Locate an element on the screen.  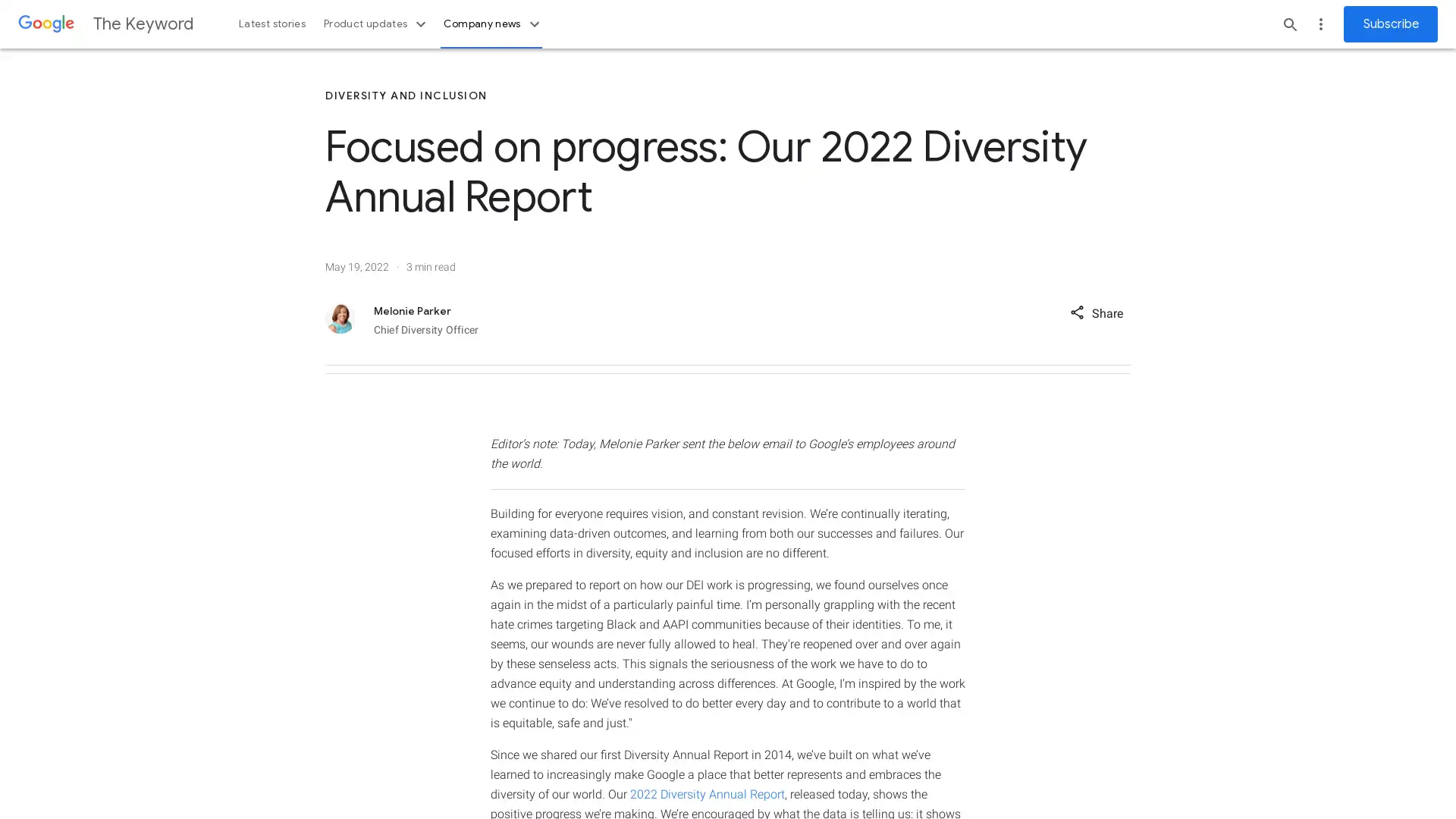
Newsletter subscribe is located at coordinates (1390, 24).